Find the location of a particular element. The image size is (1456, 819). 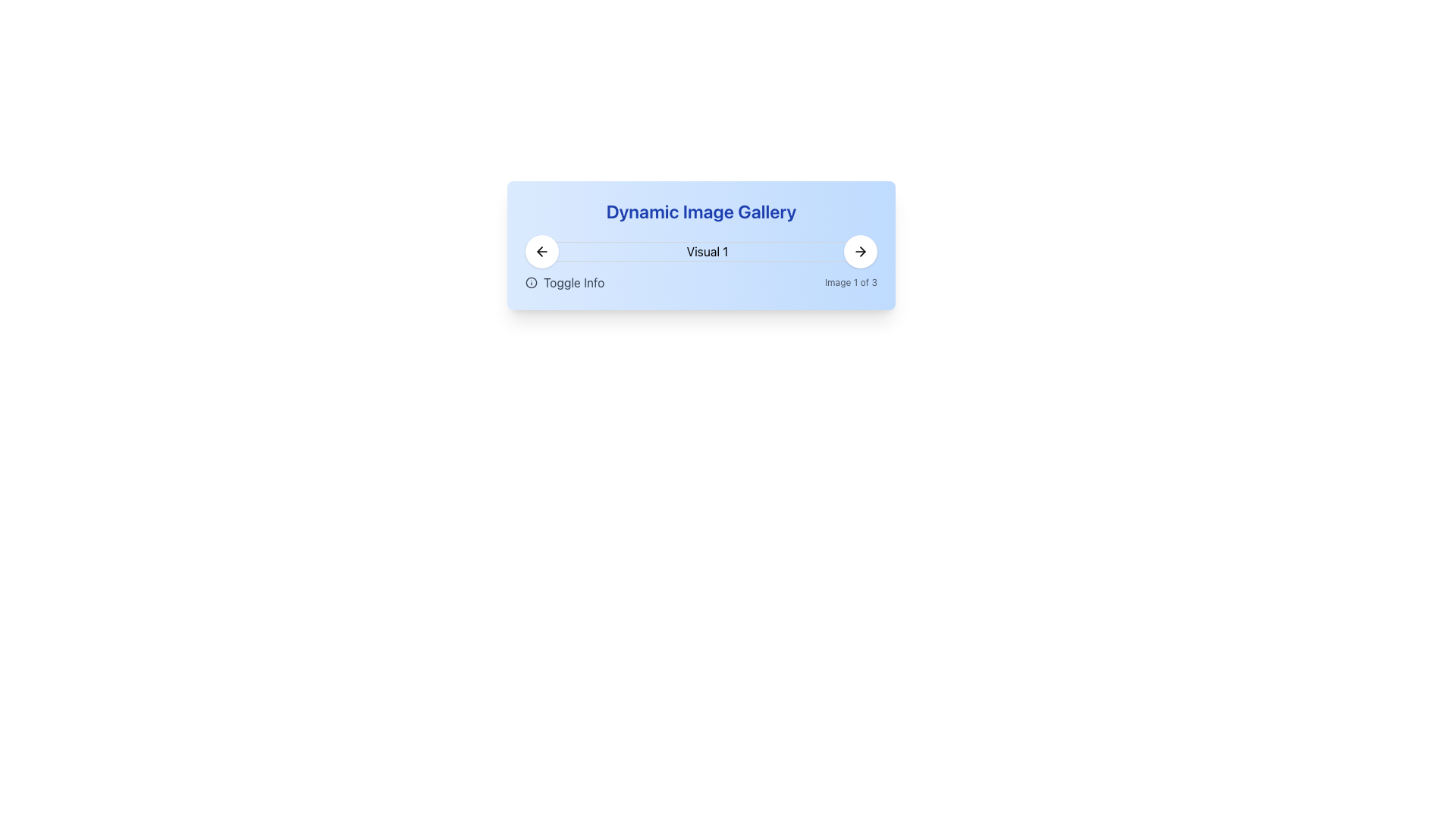

the info icon by clicking on its central circular component located at the top left corner of the Toggle Info label is located at coordinates (531, 283).